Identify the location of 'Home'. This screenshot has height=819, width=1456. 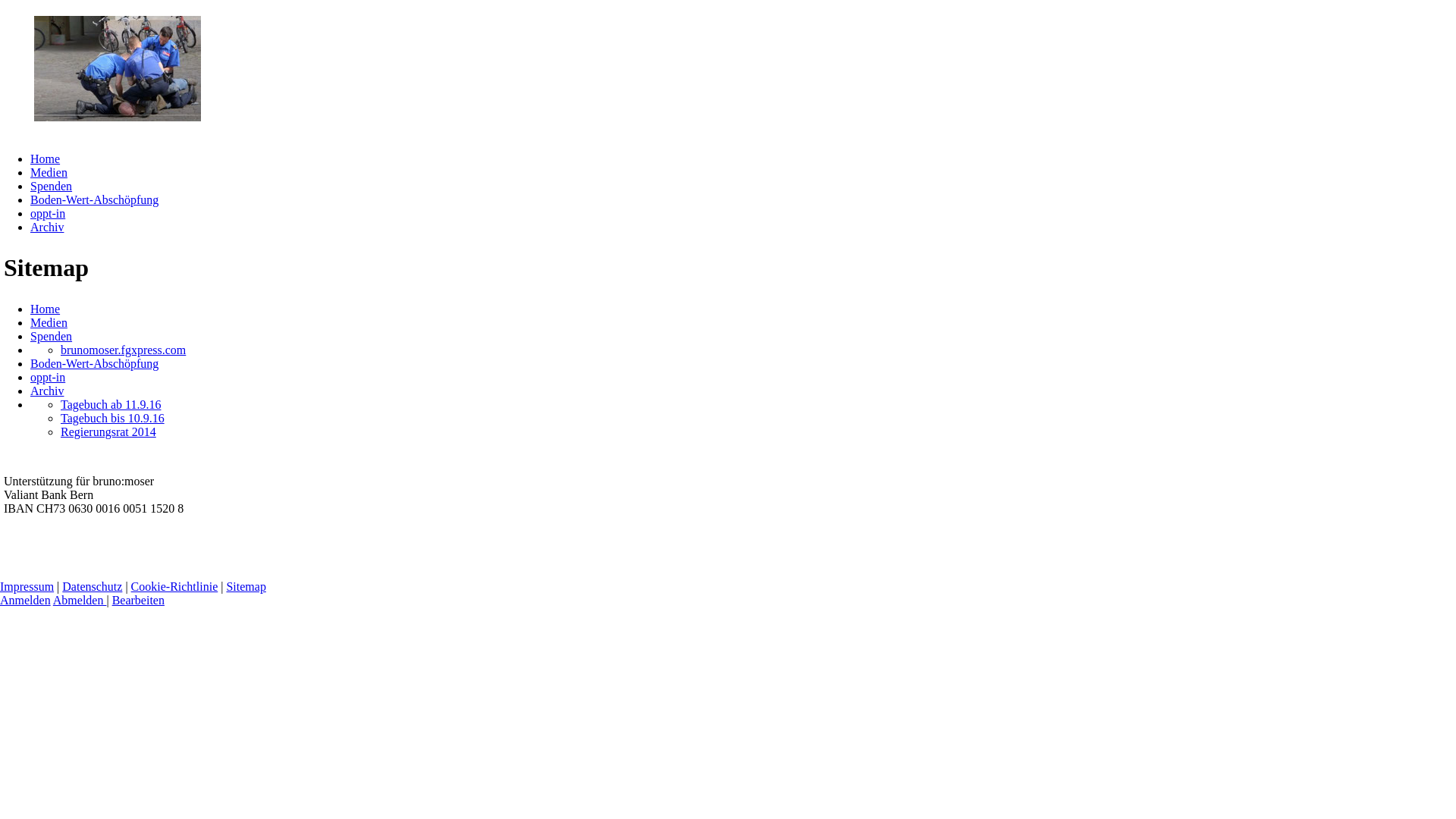
(45, 158).